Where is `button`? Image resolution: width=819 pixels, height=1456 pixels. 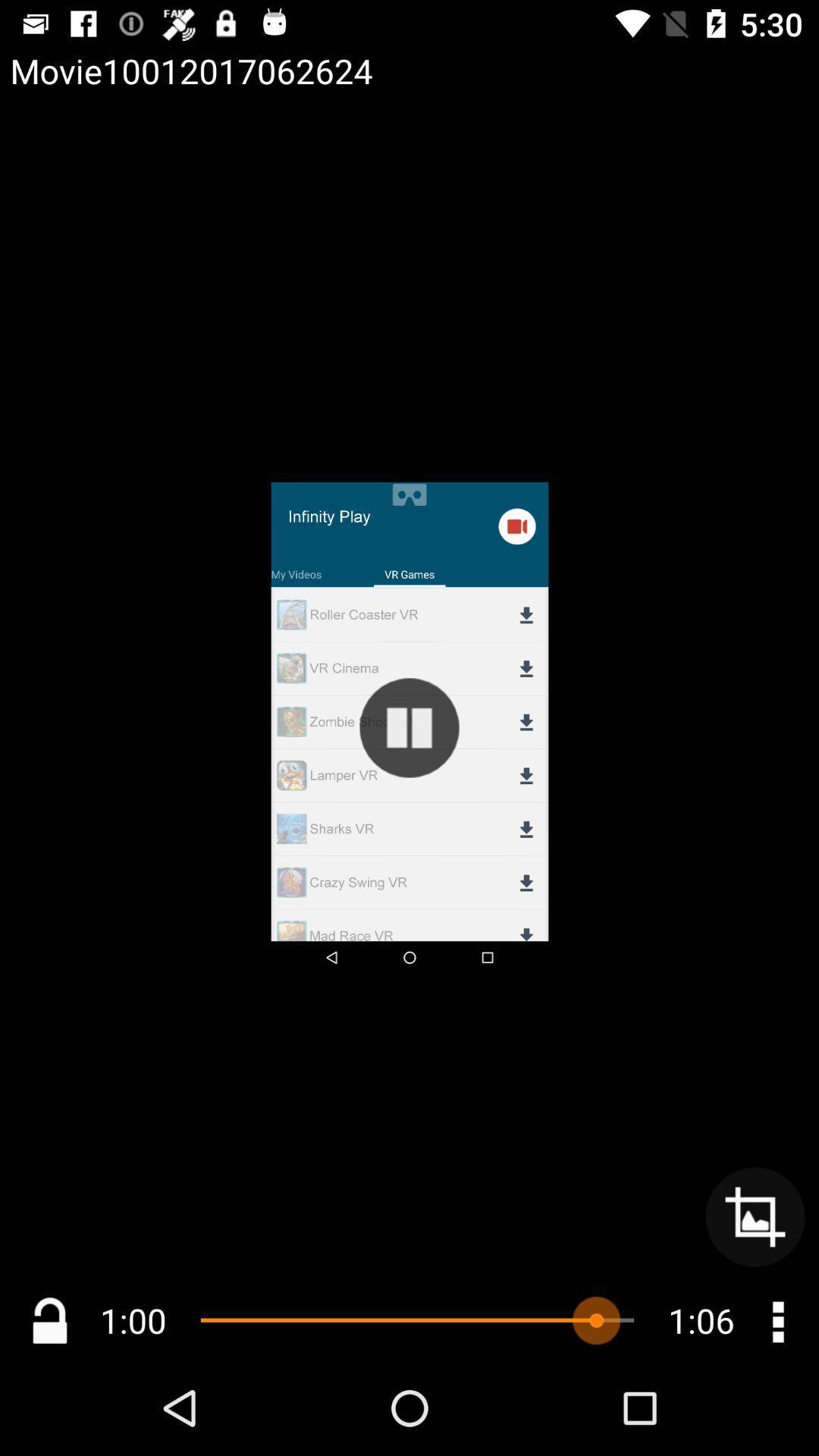
button is located at coordinates (409, 728).